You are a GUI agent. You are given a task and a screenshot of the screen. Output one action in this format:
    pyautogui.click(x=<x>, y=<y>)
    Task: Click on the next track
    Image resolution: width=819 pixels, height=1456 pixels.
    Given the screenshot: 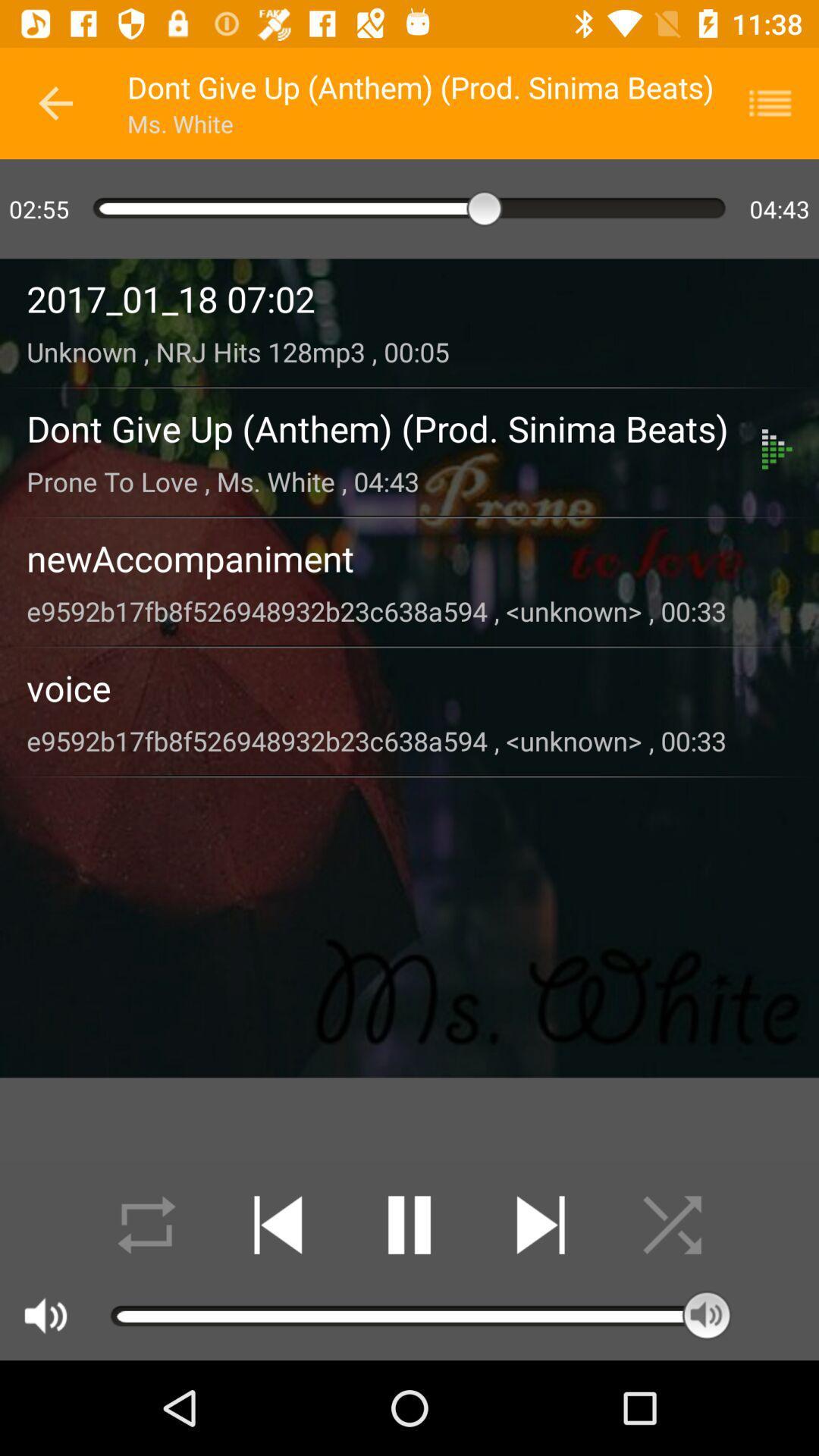 What is the action you would take?
    pyautogui.click(x=540, y=1225)
    